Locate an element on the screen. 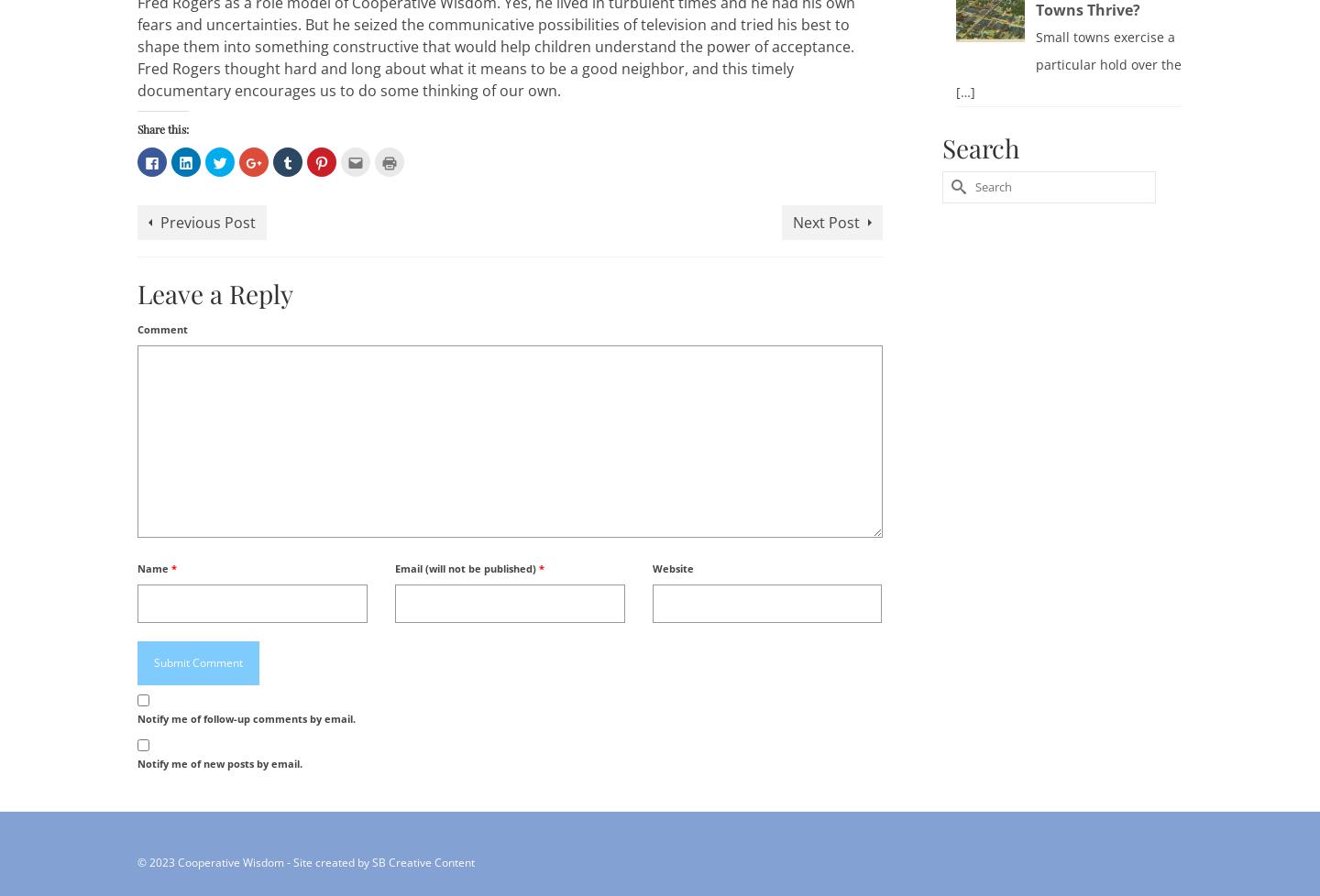  'SB Creative Content' is located at coordinates (423, 860).